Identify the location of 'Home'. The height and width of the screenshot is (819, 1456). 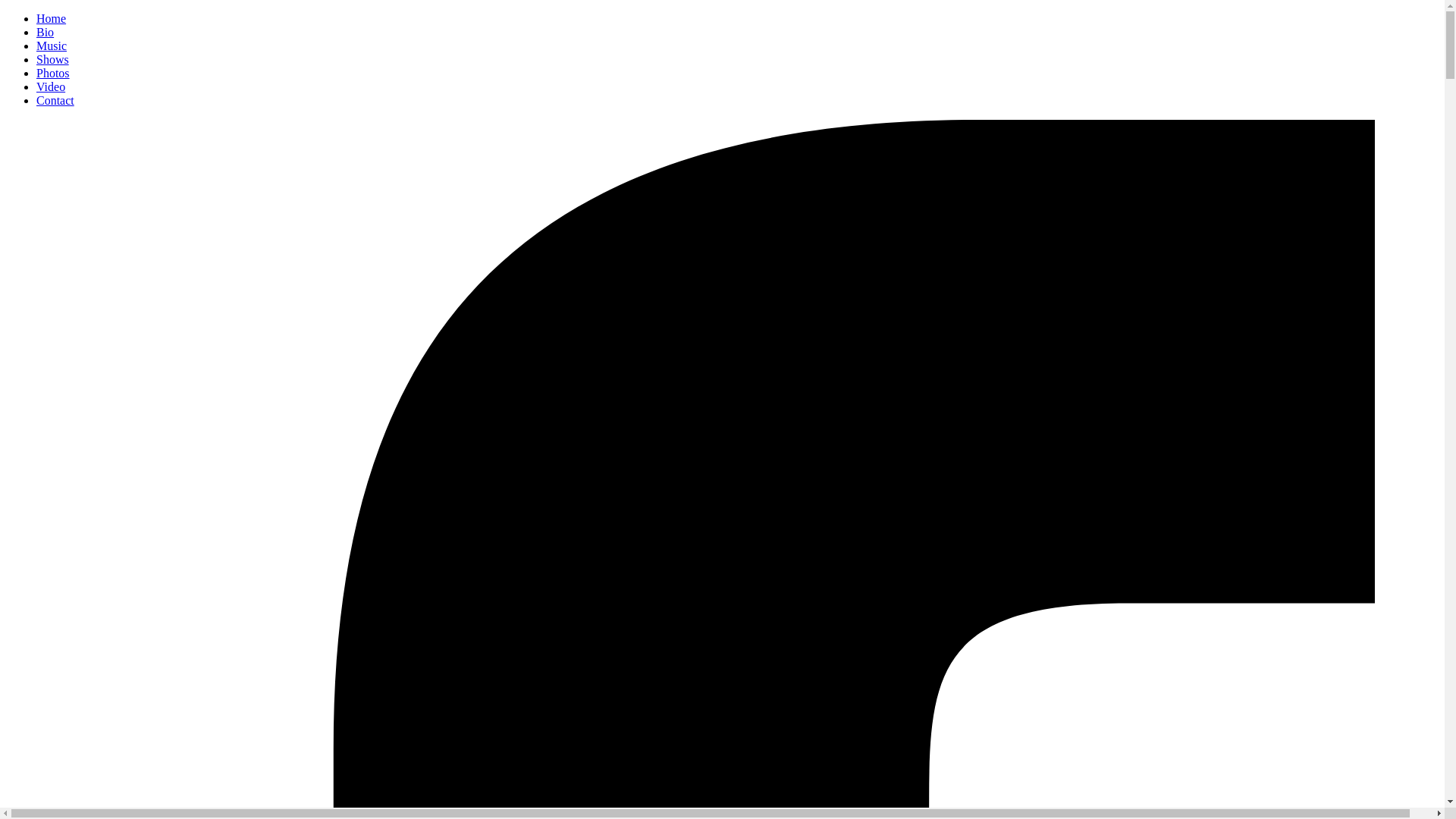
(51, 18).